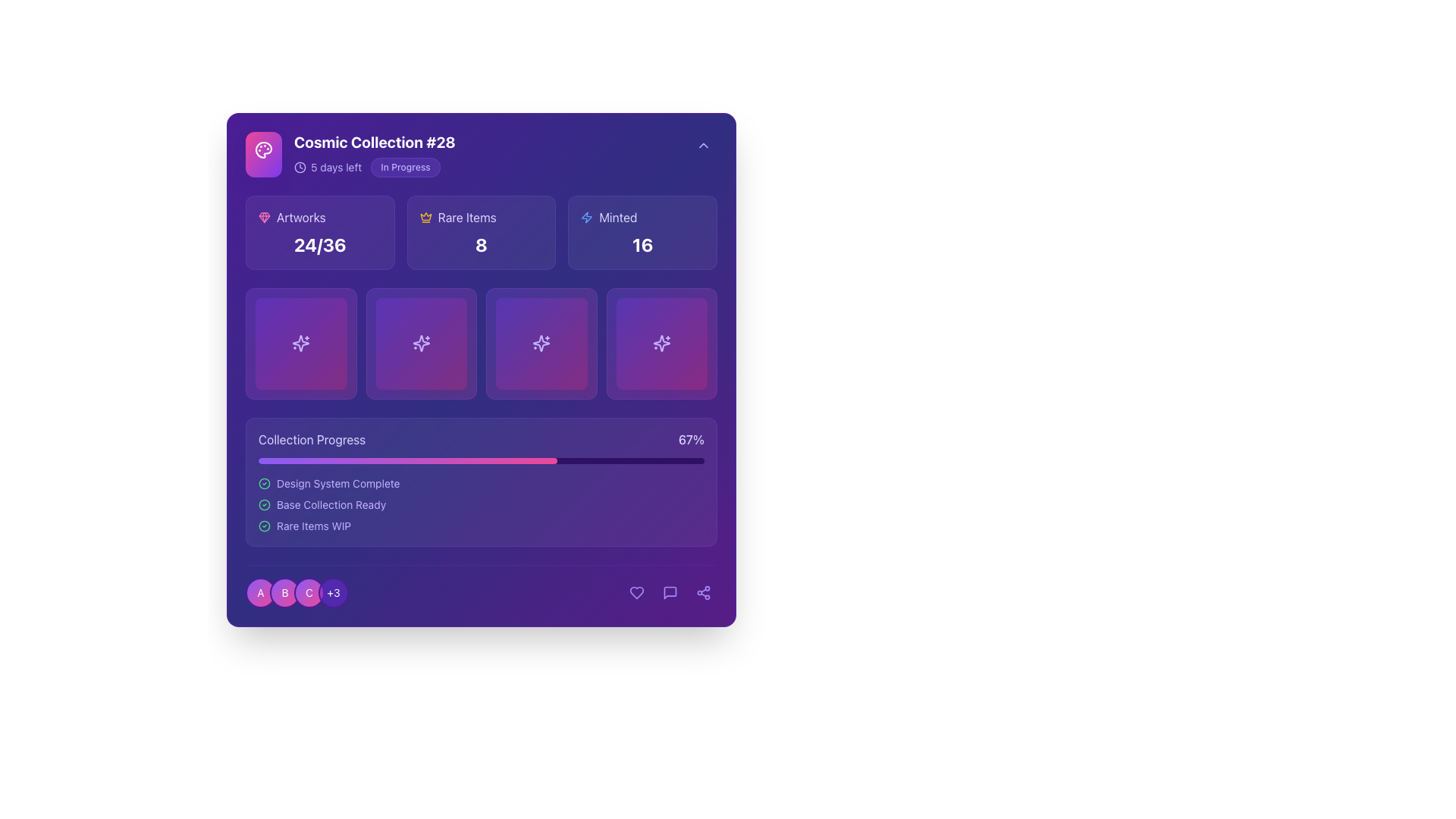  What do you see at coordinates (421, 344) in the screenshot?
I see `the second selectable card element in the middle section of the interface` at bounding box center [421, 344].